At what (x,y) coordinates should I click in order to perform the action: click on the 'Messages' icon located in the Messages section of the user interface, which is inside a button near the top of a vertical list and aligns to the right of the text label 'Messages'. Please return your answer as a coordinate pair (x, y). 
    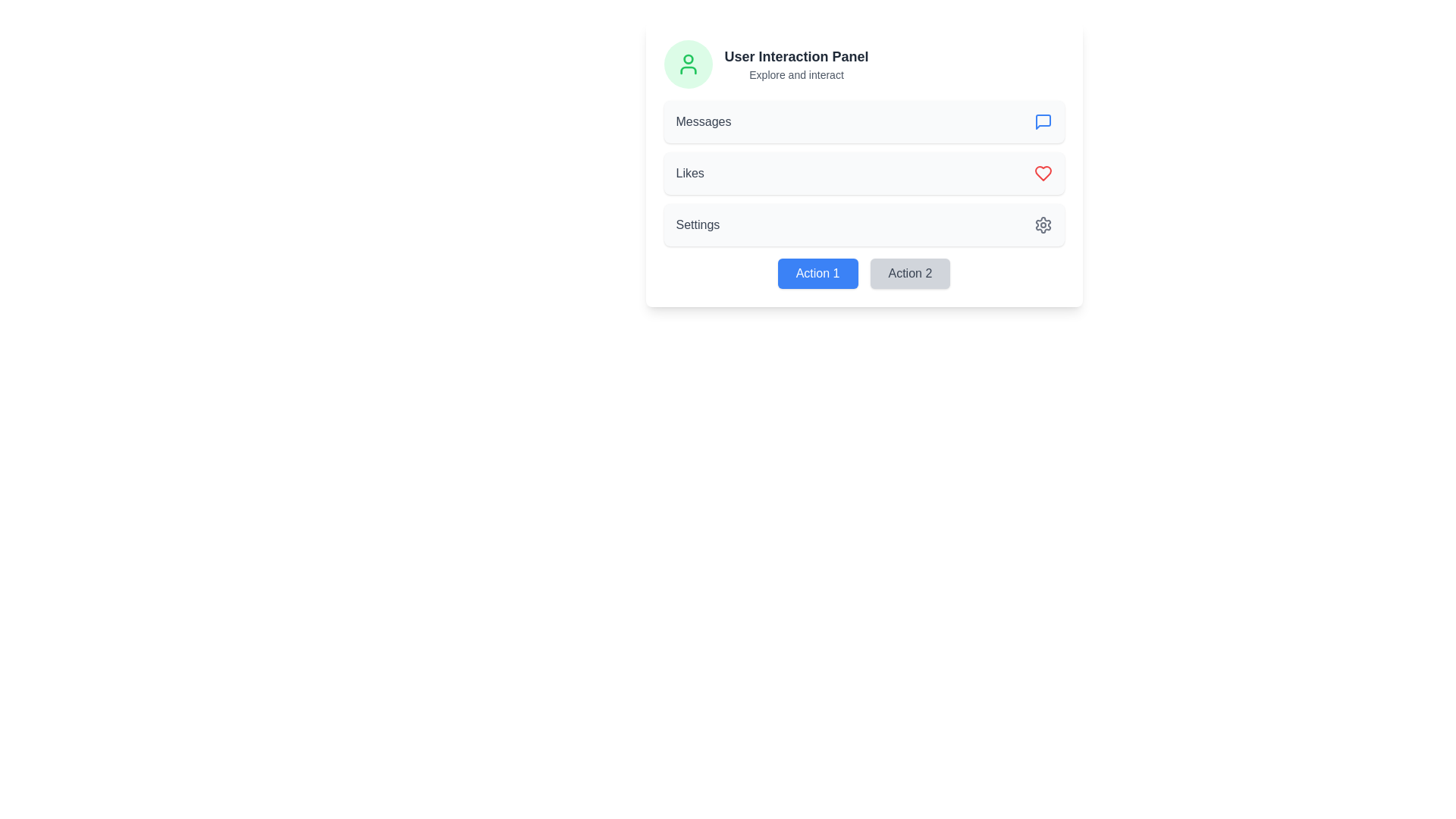
    Looking at the image, I should click on (1042, 121).